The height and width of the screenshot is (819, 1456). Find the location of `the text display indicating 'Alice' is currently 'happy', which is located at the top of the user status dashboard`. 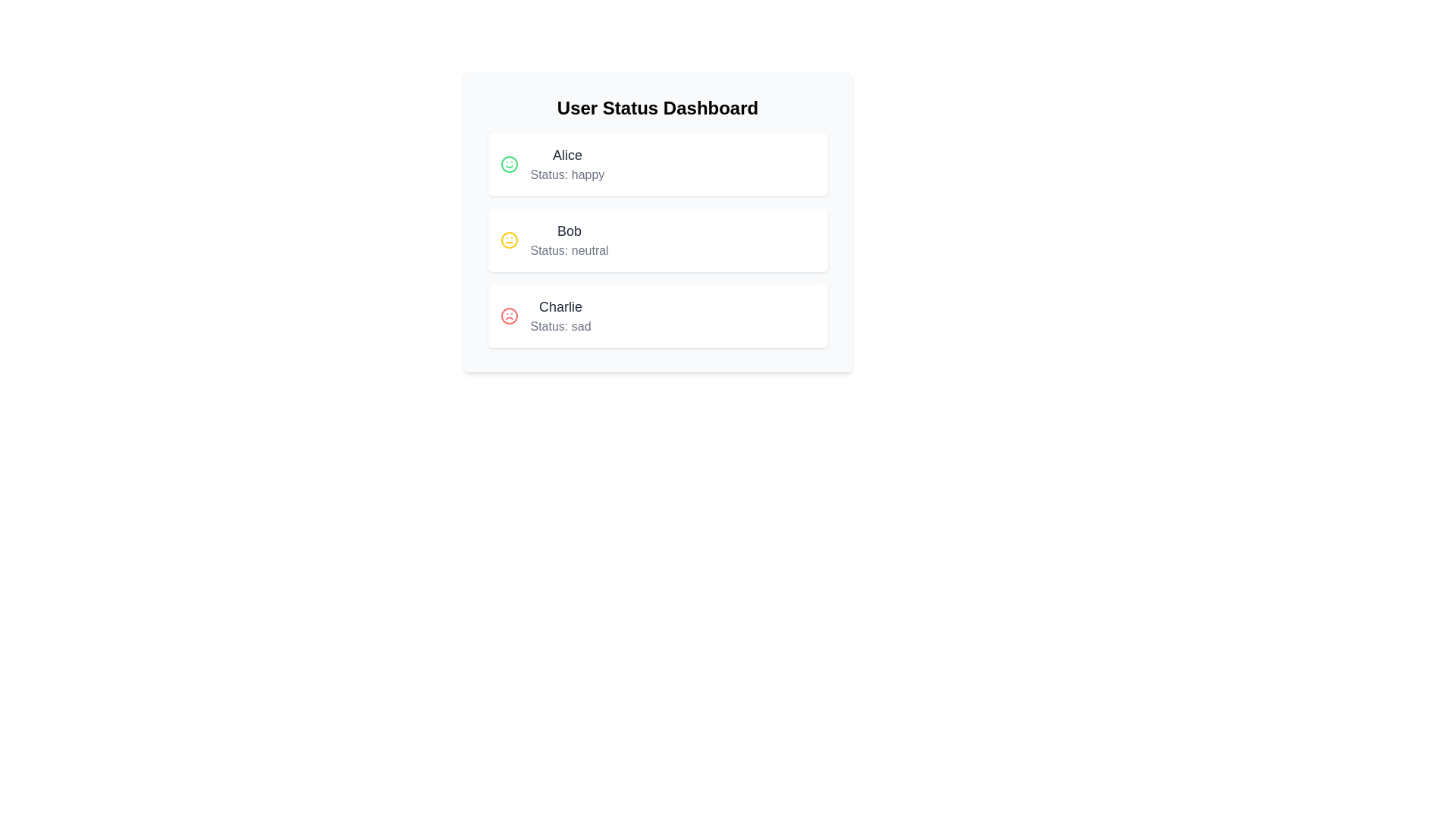

the text display indicating 'Alice' is currently 'happy', which is located at the top of the user status dashboard is located at coordinates (566, 164).